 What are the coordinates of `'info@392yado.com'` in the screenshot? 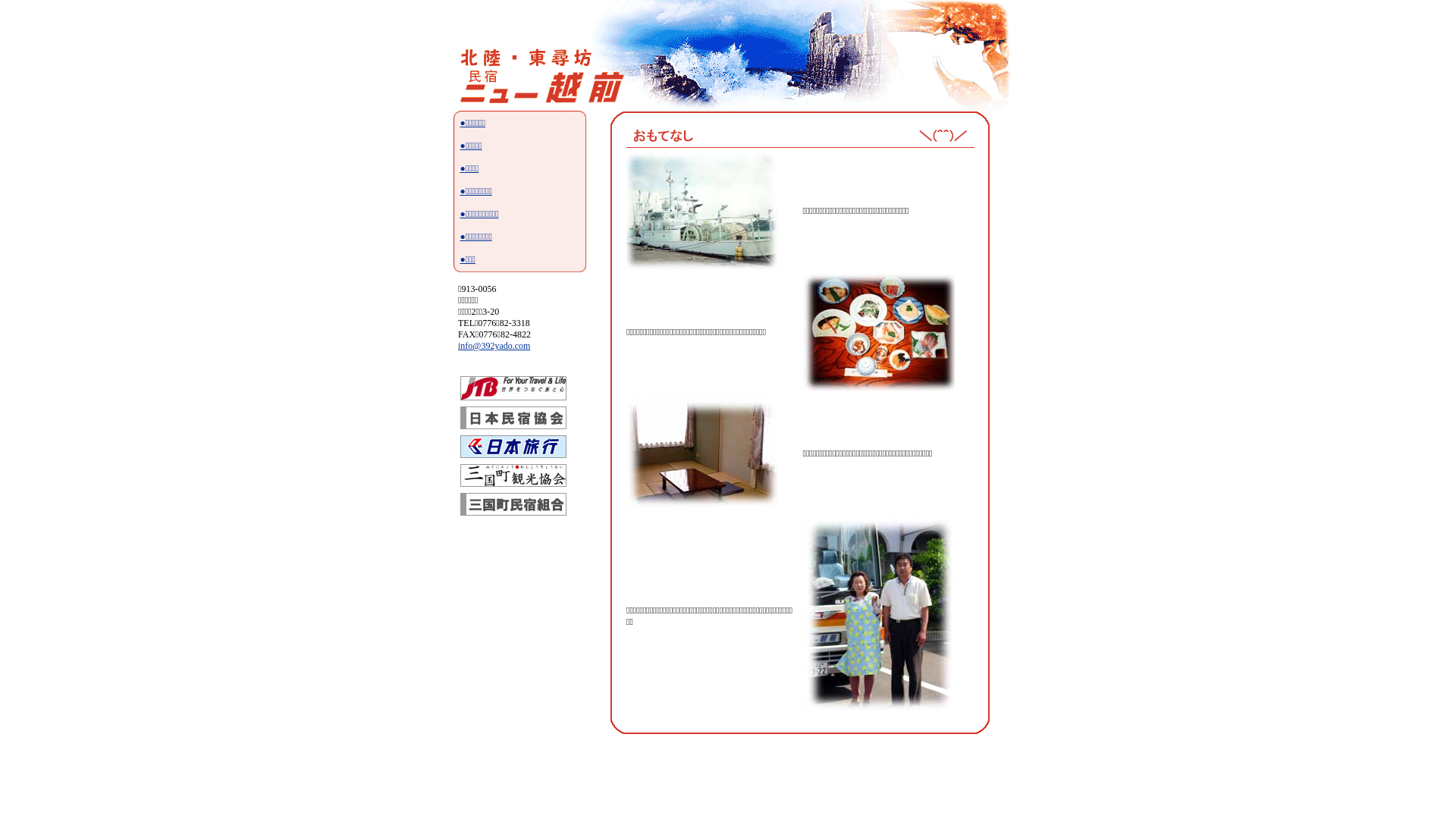 It's located at (494, 345).